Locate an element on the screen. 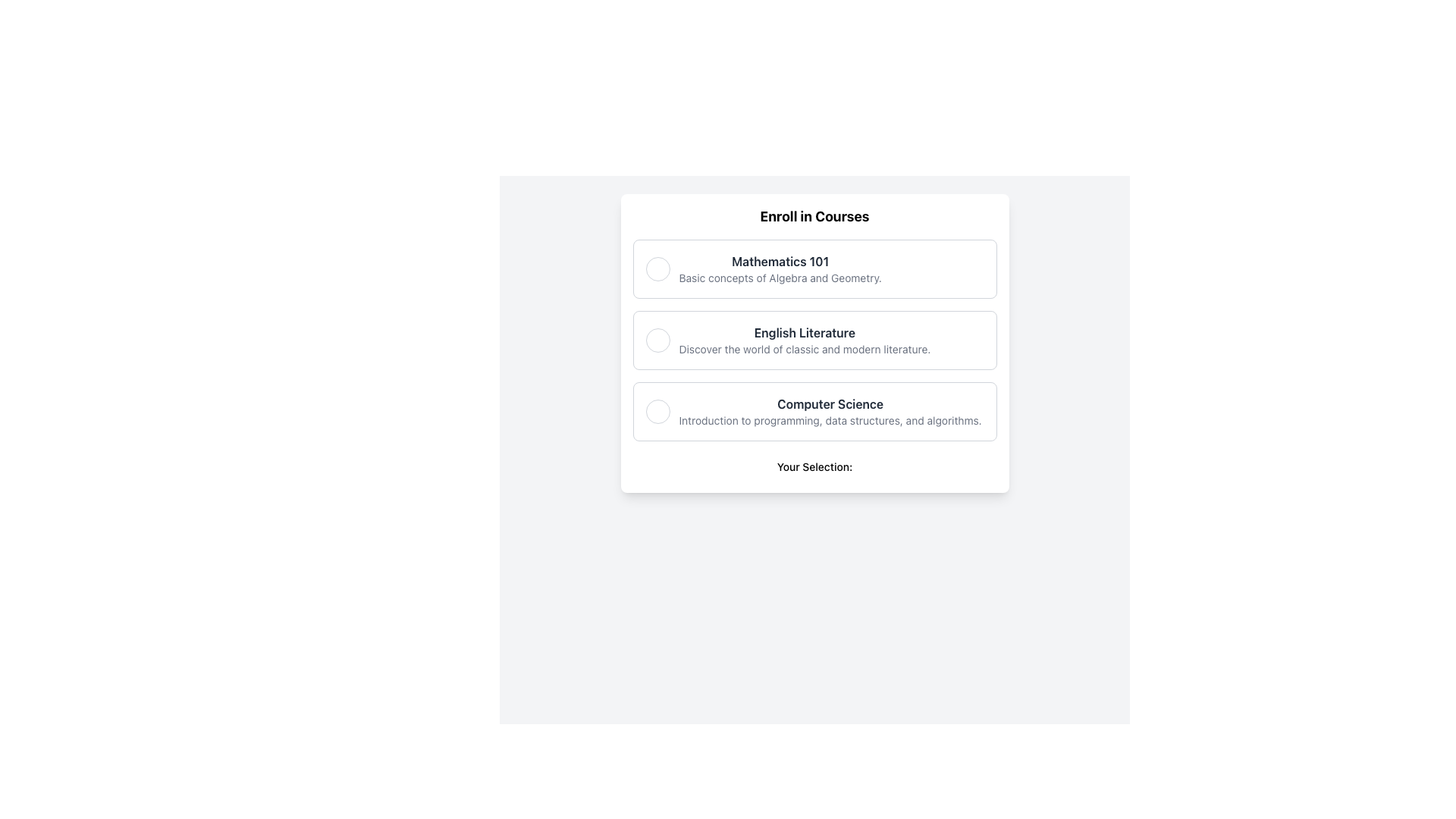  the bold text 'Enroll in Courses' at the top of the white rectangular card, which serves as the title of the module is located at coordinates (814, 216).